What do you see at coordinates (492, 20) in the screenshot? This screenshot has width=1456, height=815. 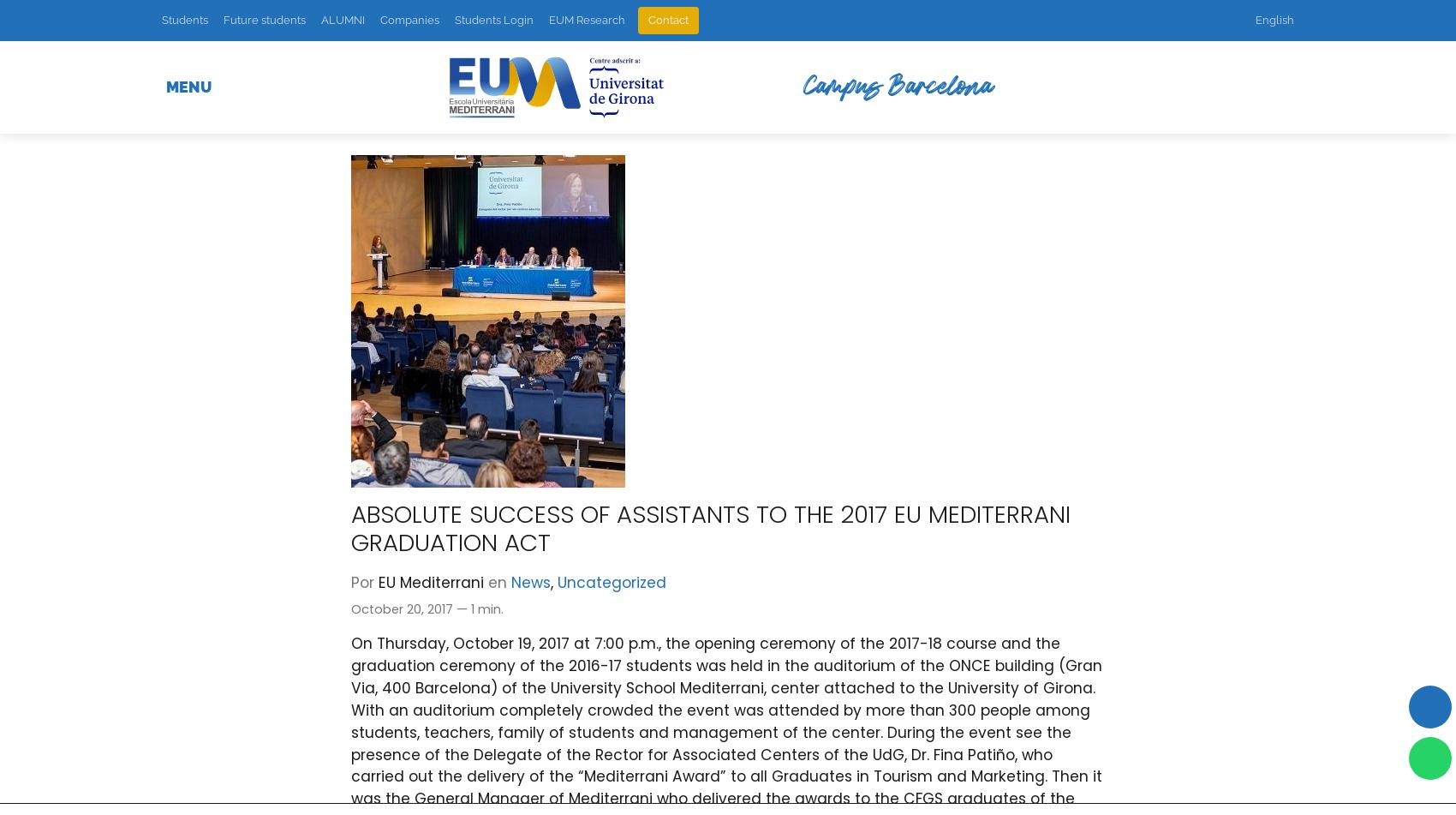 I see `'Students Login'` at bounding box center [492, 20].